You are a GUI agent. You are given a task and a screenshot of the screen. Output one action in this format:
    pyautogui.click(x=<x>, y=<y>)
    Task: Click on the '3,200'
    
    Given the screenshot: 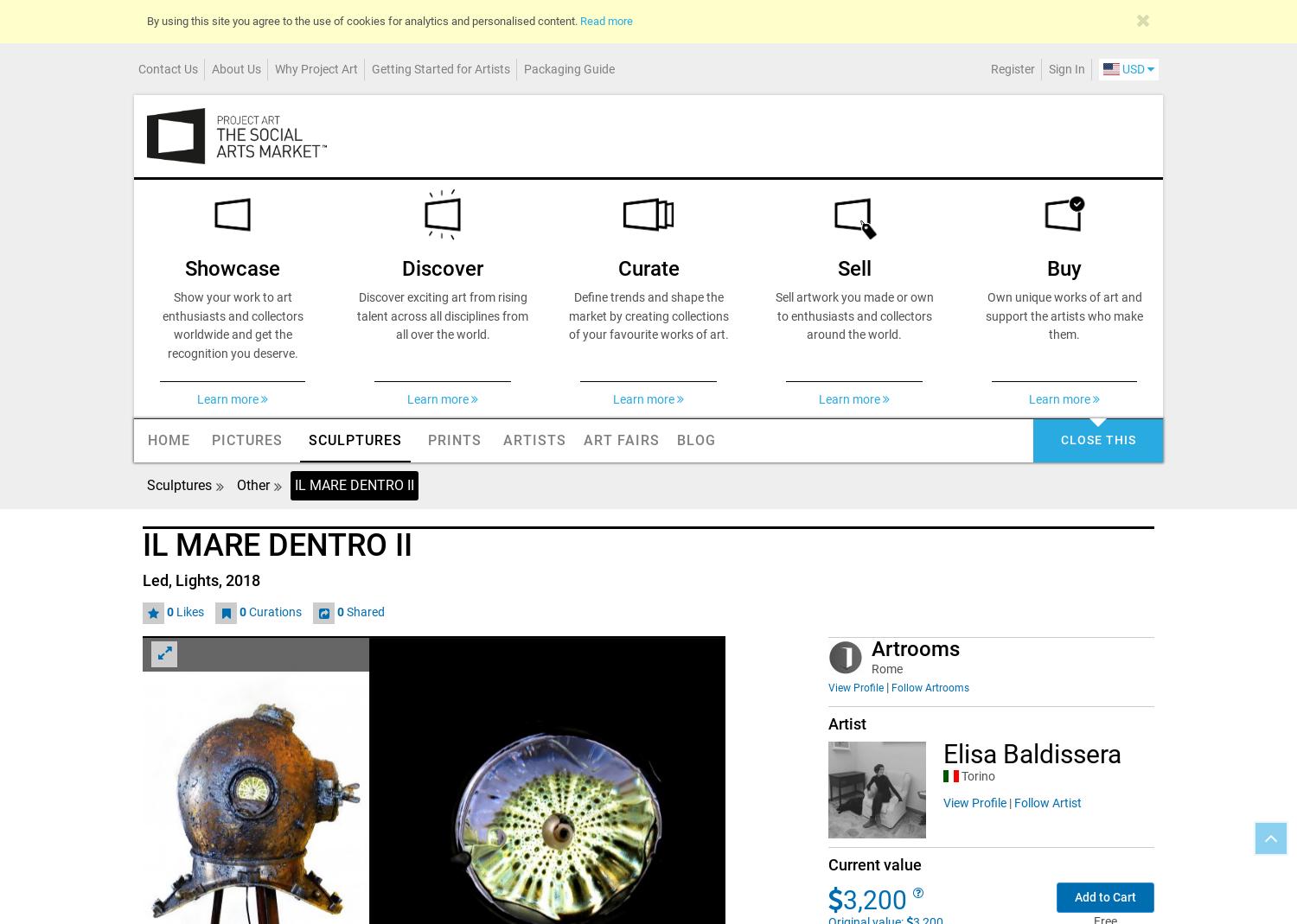 What is the action you would take?
    pyautogui.click(x=878, y=901)
    